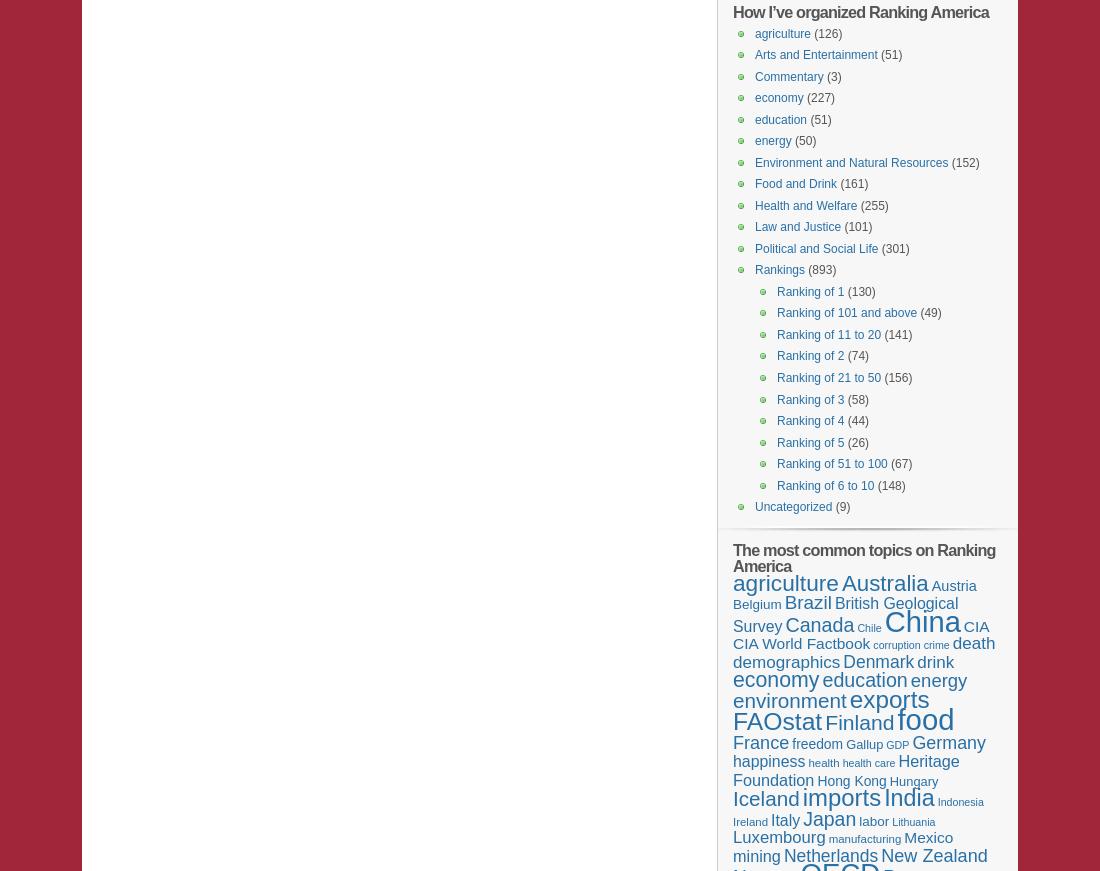 The width and height of the screenshot is (1100, 871). What do you see at coordinates (780, 270) in the screenshot?
I see `'Rankings'` at bounding box center [780, 270].